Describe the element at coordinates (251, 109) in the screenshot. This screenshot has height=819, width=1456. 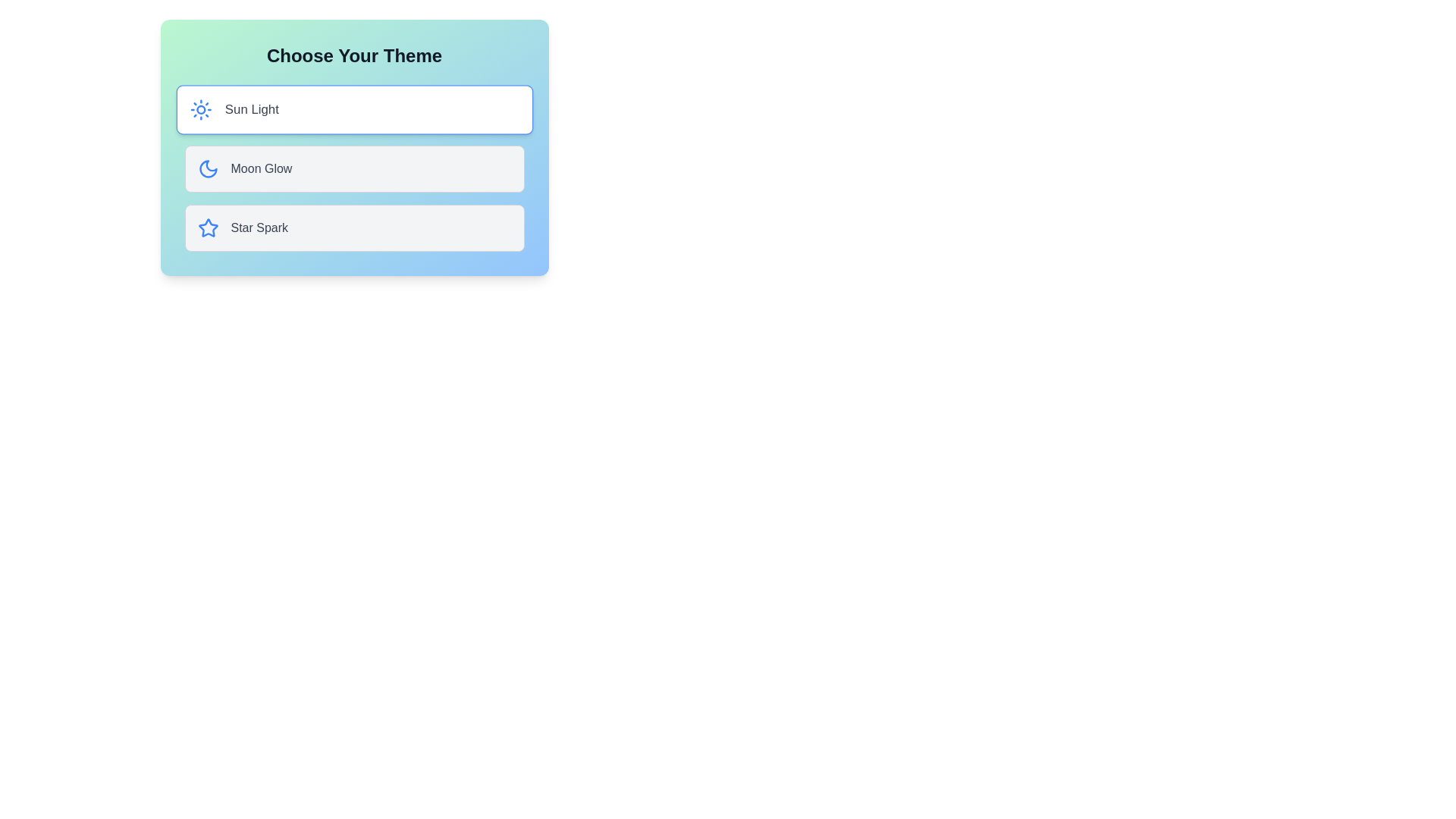
I see `text label indicating the 'Sun Light' option in the theme selection menu, which is the first option in a vertical list and accompanied by a blue sun icon` at that location.